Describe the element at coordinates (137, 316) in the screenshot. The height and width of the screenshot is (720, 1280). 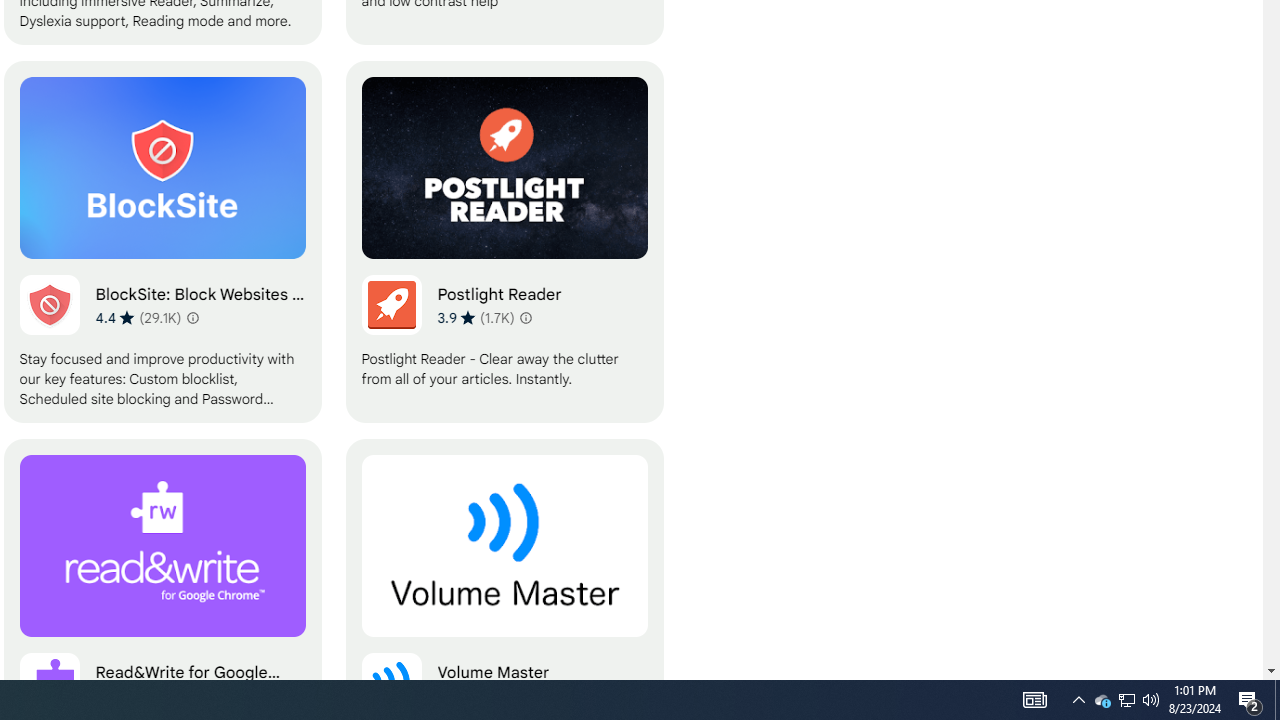
I see `'Average rating 4.4 out of 5 stars. 29.1K ratings.'` at that location.